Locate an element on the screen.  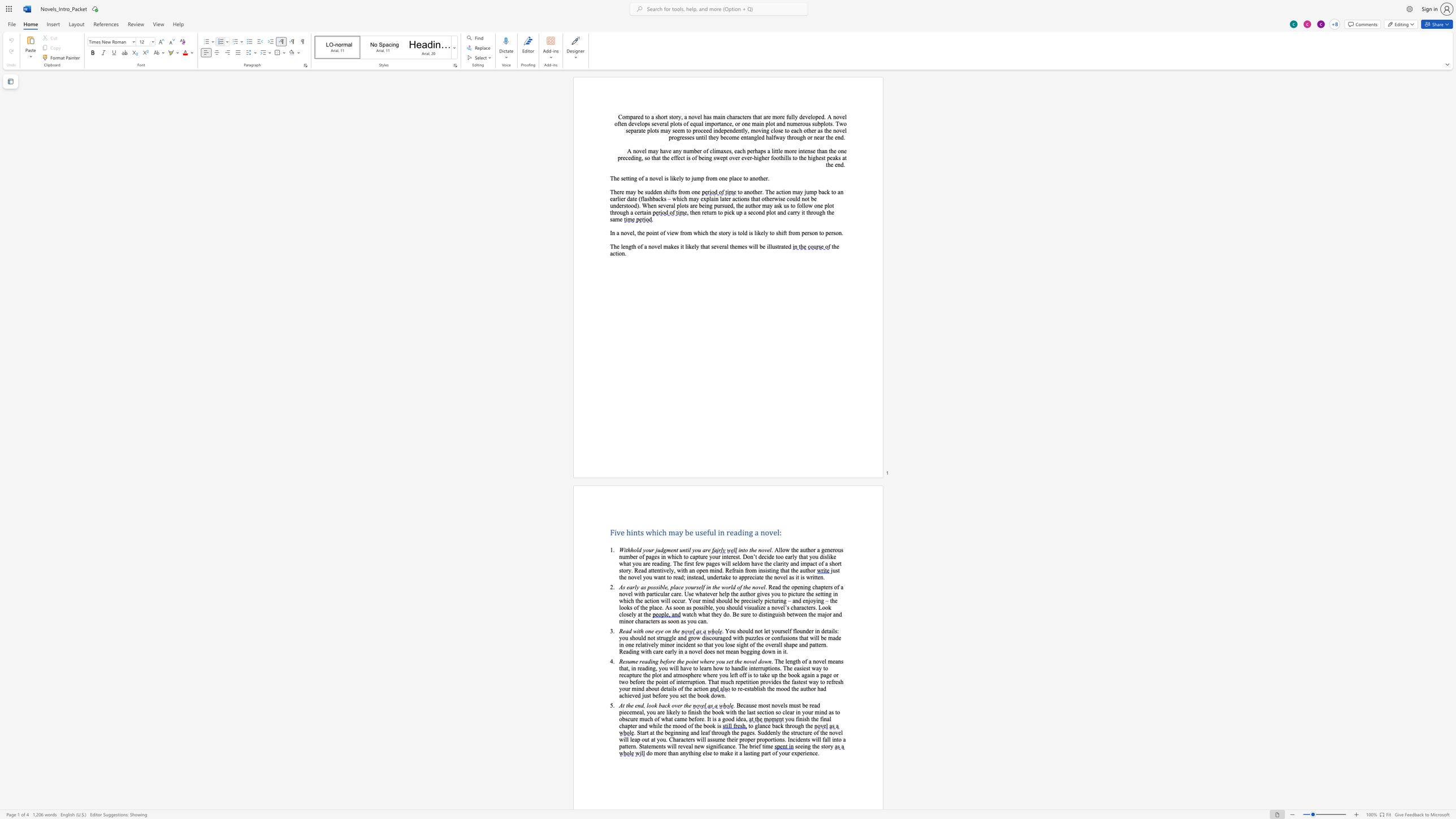
the space between the continuous character "a" and "r" in the text is located at coordinates (706, 668).